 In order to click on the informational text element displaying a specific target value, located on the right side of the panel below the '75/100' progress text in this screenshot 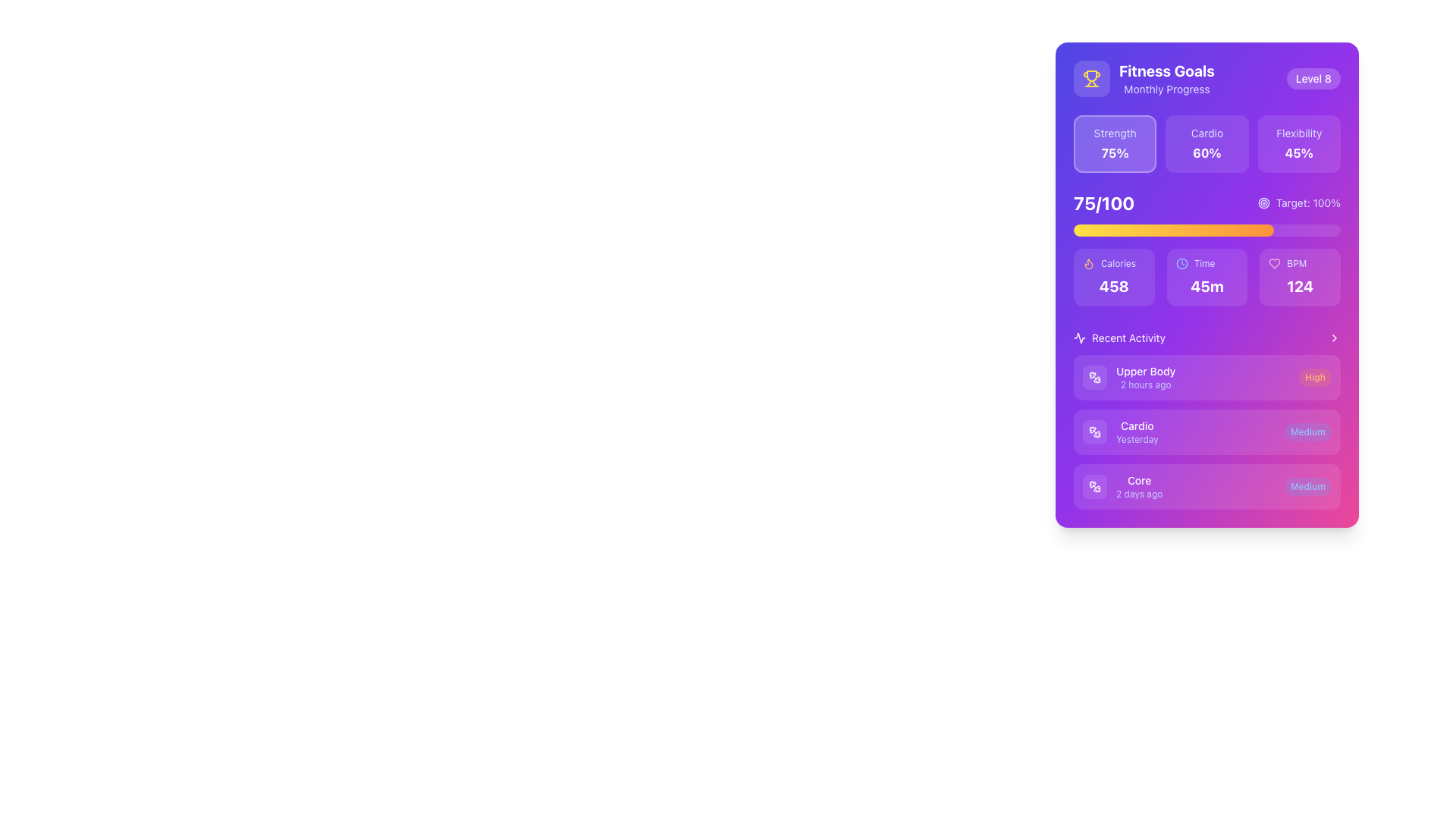, I will do `click(1298, 202)`.